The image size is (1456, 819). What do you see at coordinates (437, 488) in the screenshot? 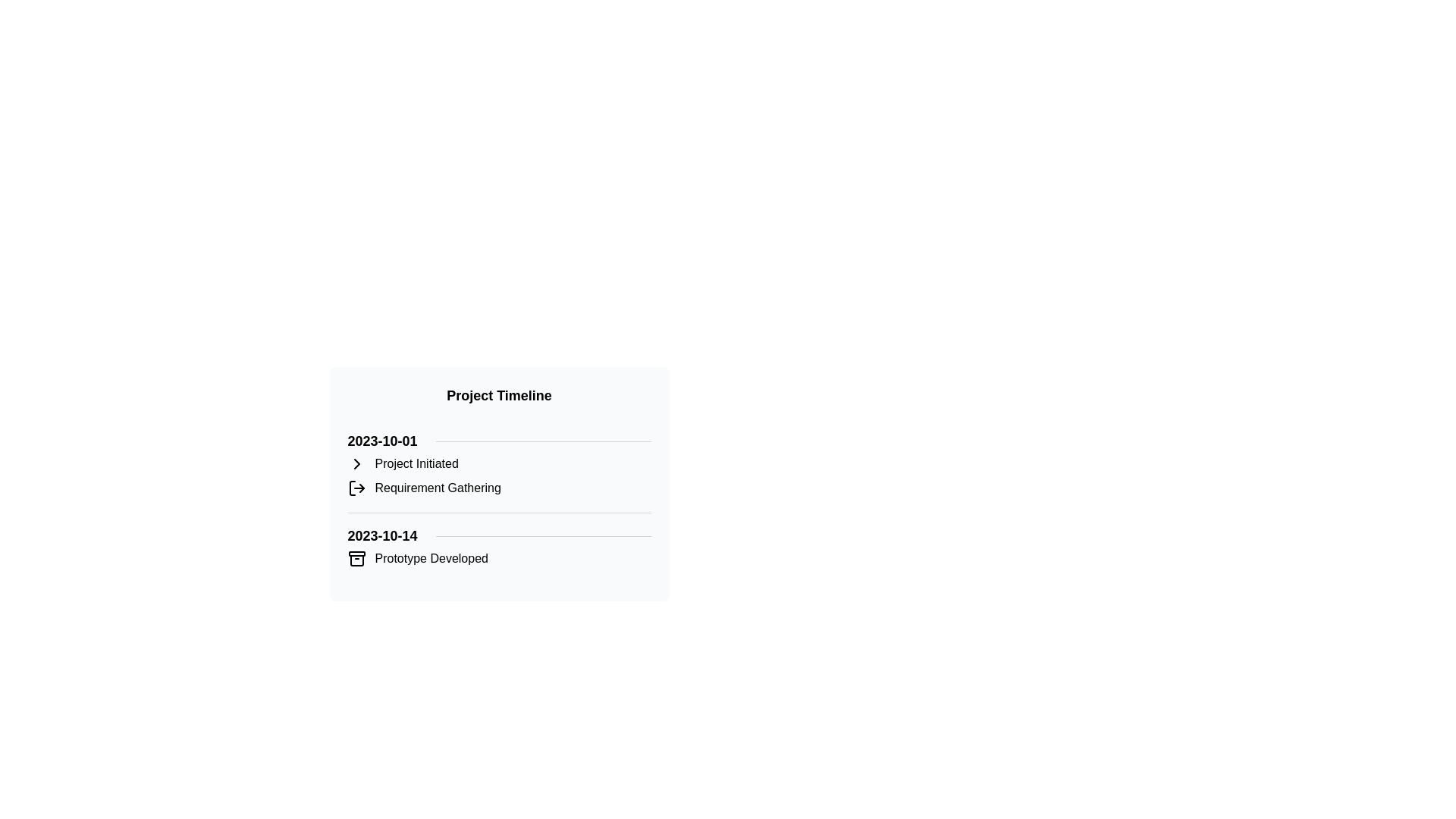
I see `the text label displaying 'Requirement Gathering' which is located in the timeline entry for the date '2023-10-01'` at bounding box center [437, 488].